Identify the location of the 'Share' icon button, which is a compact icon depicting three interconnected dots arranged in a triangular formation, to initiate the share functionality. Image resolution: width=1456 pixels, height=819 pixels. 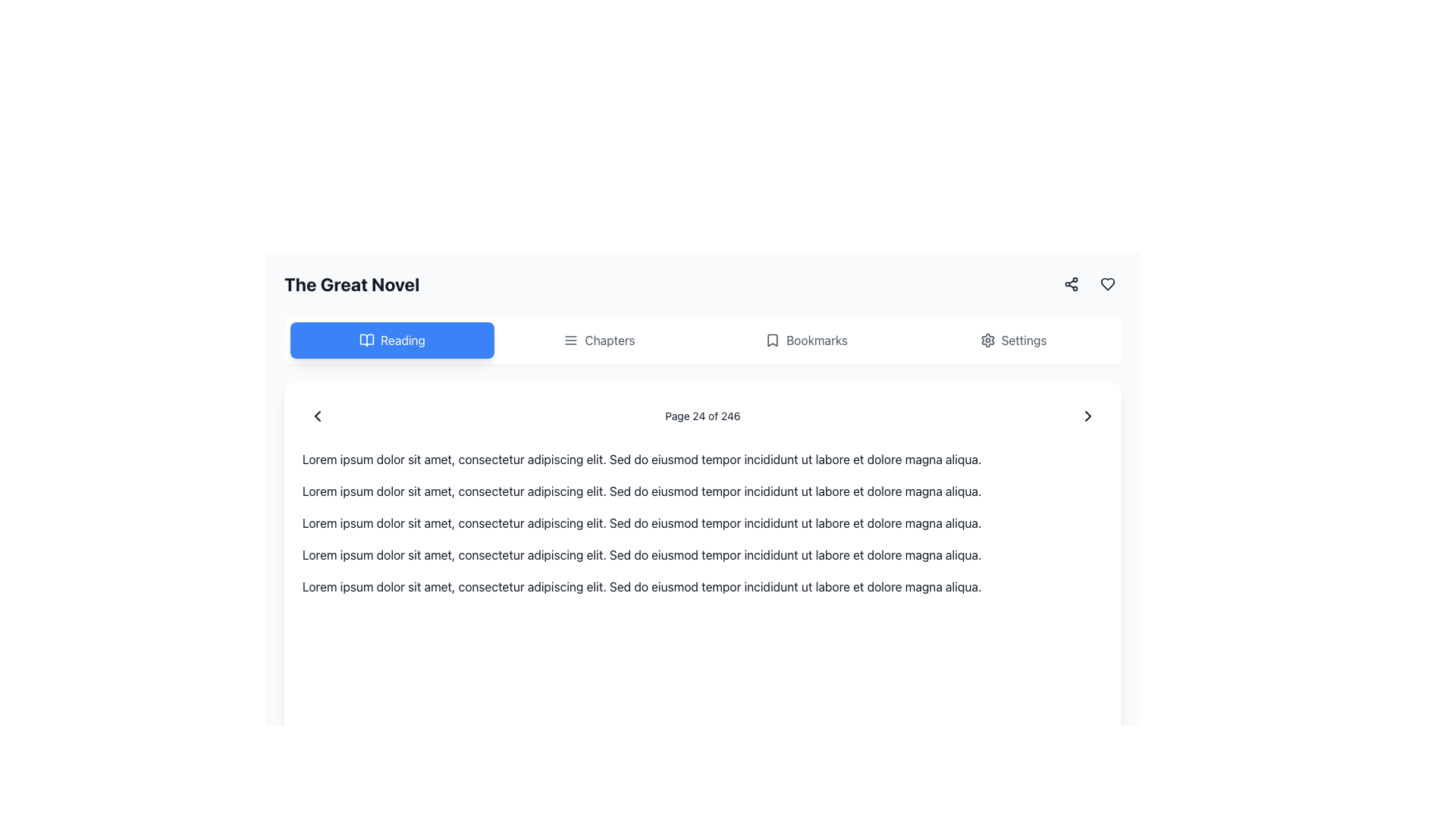
(1070, 284).